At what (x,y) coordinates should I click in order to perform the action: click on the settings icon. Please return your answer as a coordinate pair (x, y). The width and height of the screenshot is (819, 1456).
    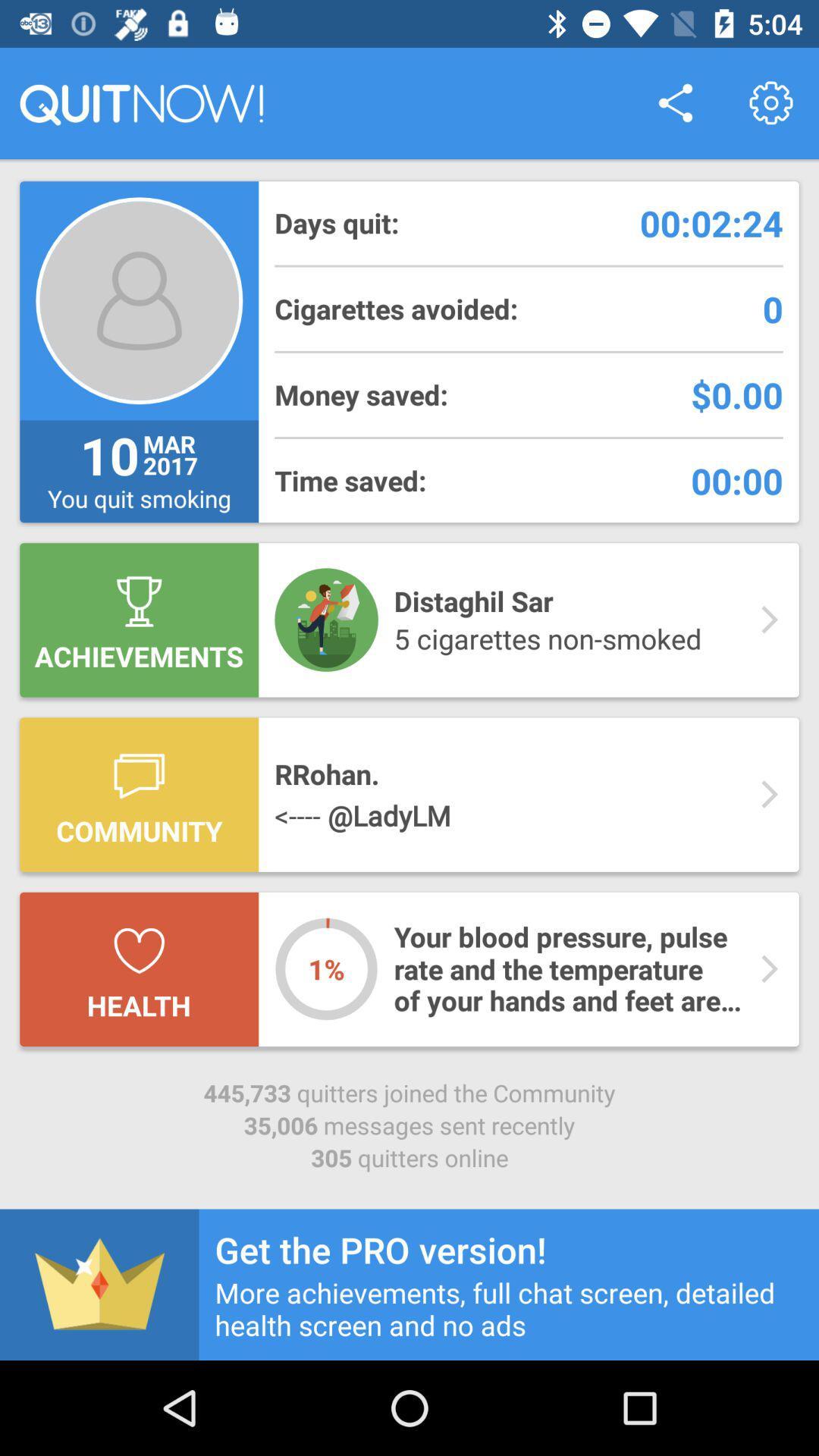
    Looking at the image, I should click on (771, 102).